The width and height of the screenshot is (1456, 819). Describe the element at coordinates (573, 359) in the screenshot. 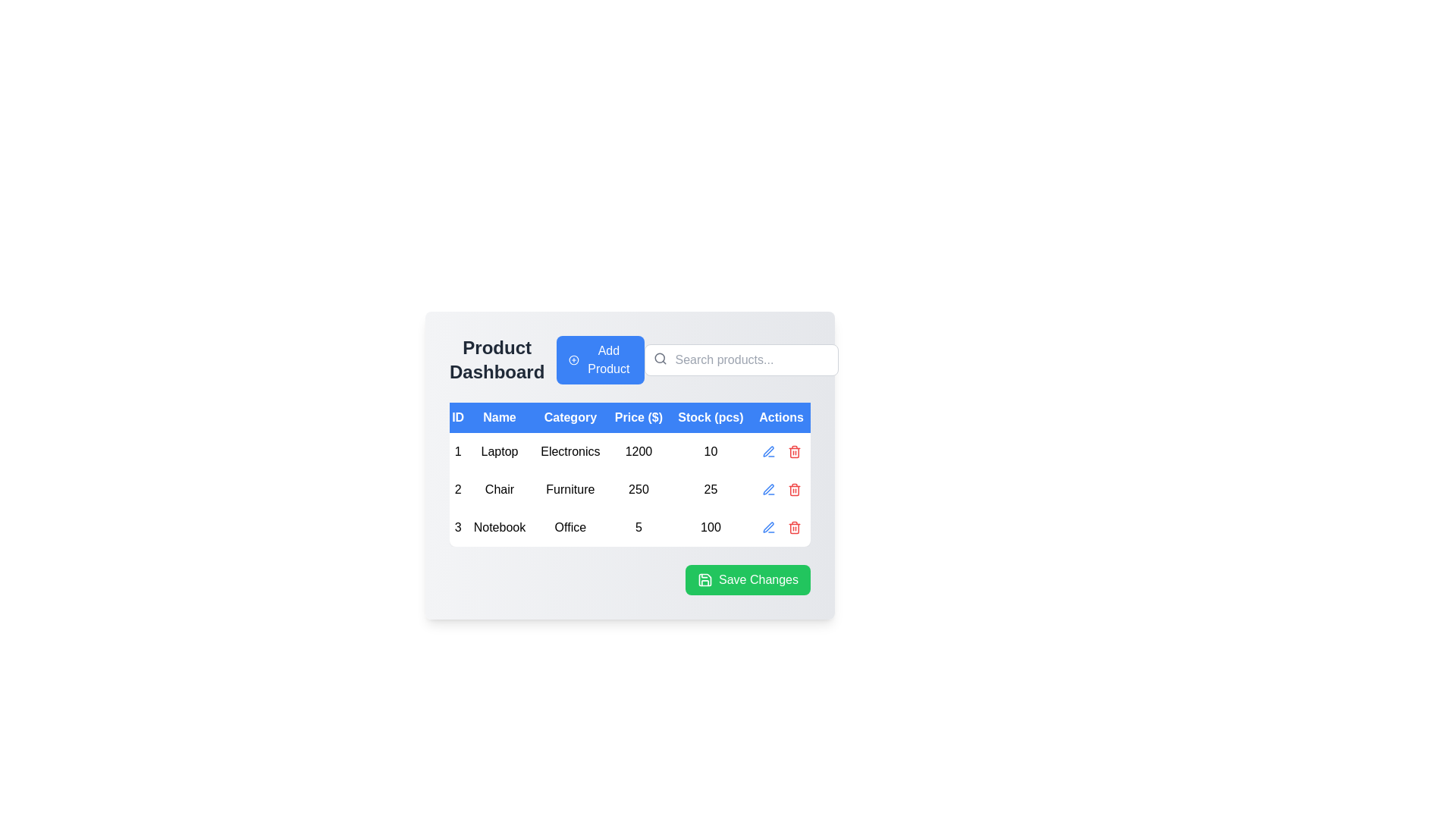

I see `the decorative SVG circle element next to the 'Add Product' text in the header section of the interface` at that location.